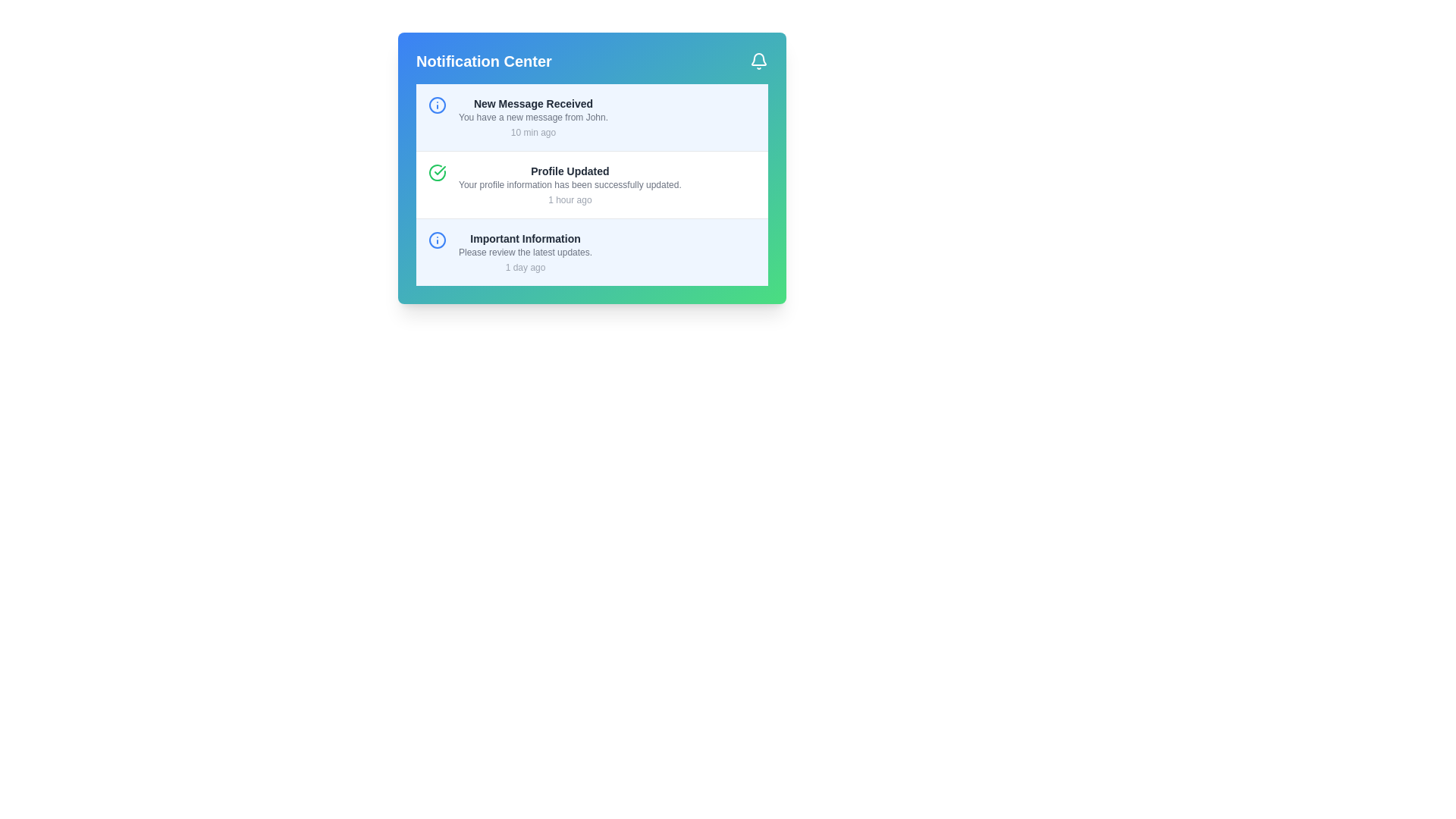 The width and height of the screenshot is (1456, 819). What do you see at coordinates (439, 170) in the screenshot?
I see `the approval icon located in the middle of the 'Profile Updated' notification item in the notification center interface` at bounding box center [439, 170].